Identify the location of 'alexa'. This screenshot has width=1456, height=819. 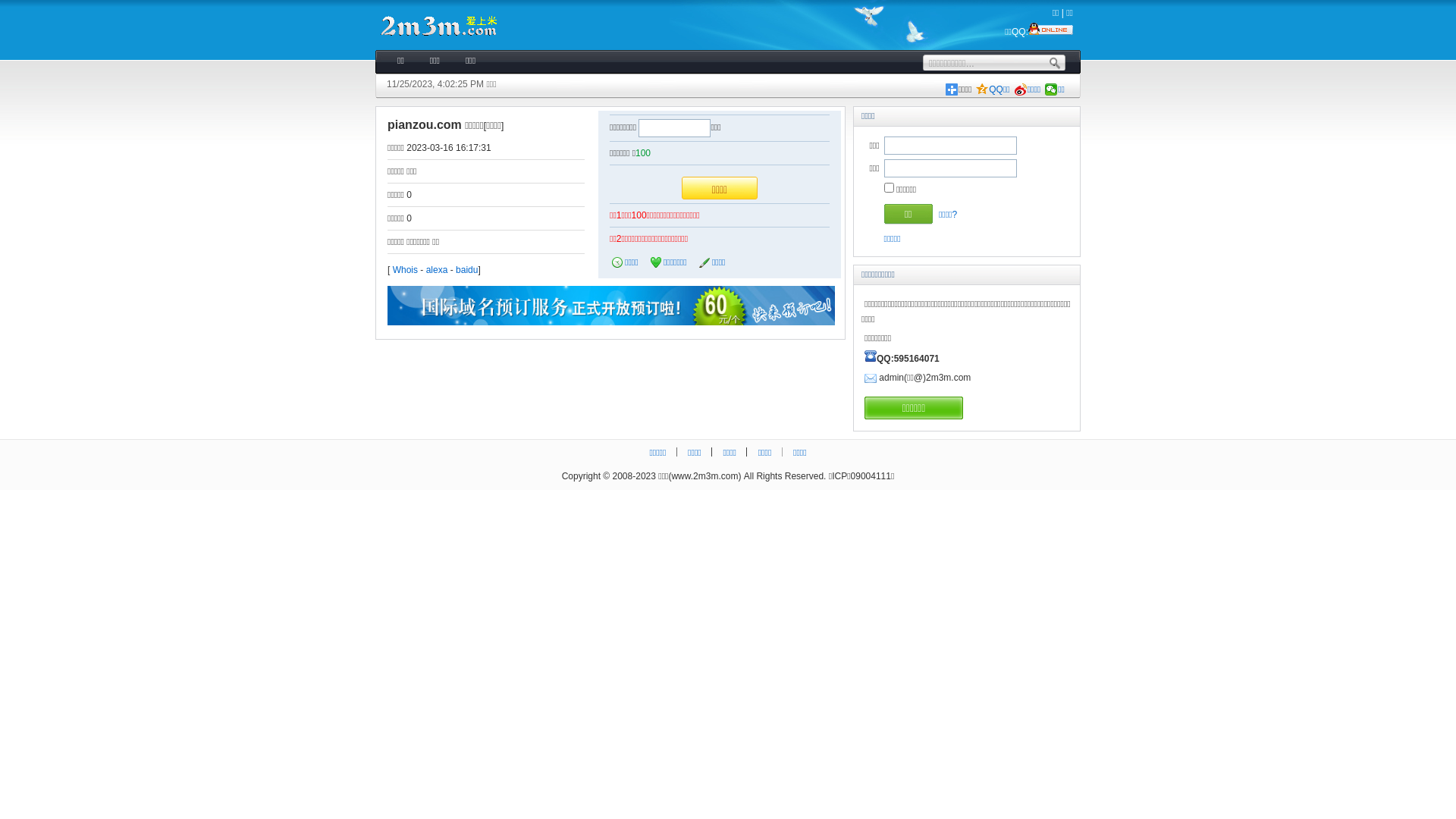
(436, 268).